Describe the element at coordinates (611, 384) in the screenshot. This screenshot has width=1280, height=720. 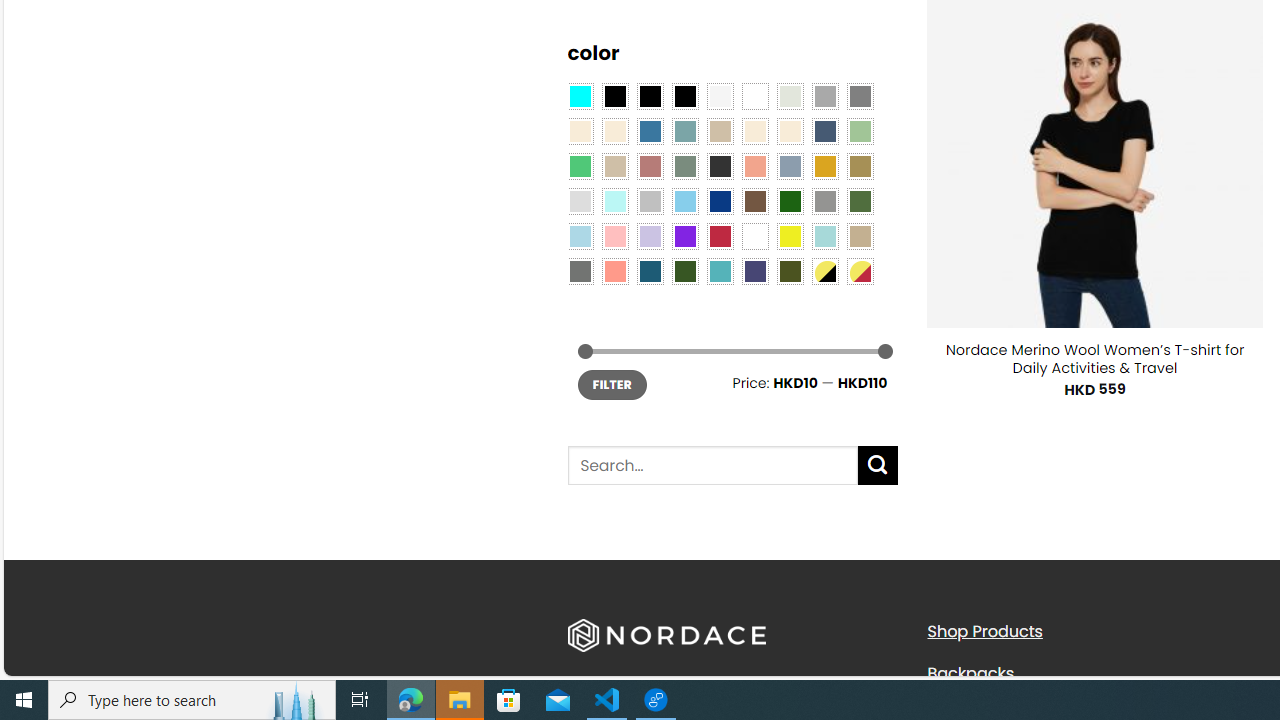
I see `'FILTER'` at that location.